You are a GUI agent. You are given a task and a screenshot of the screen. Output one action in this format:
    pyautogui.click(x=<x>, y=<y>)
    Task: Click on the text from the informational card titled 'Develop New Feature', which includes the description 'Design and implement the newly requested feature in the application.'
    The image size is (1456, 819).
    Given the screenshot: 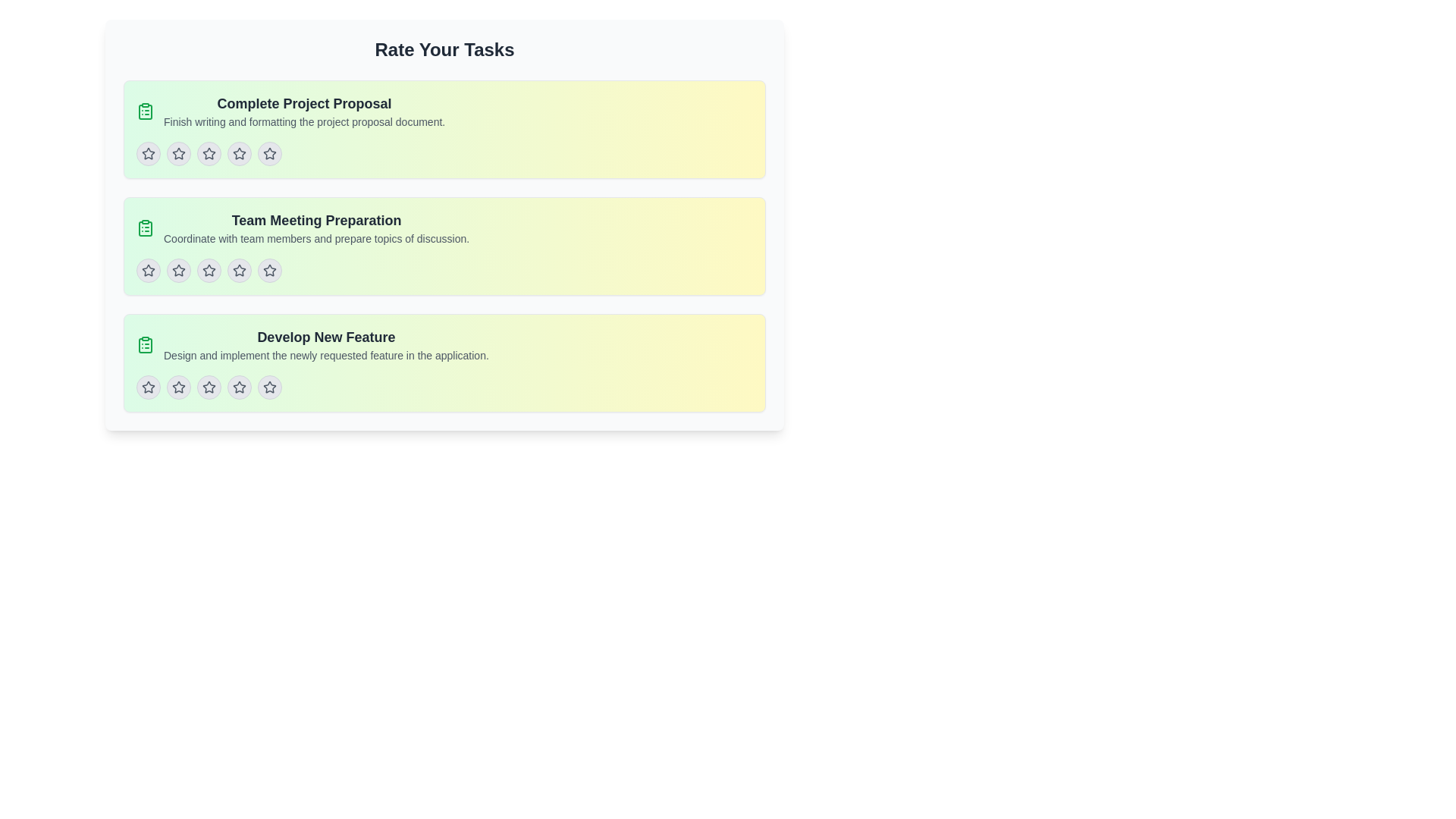 What is the action you would take?
    pyautogui.click(x=444, y=345)
    